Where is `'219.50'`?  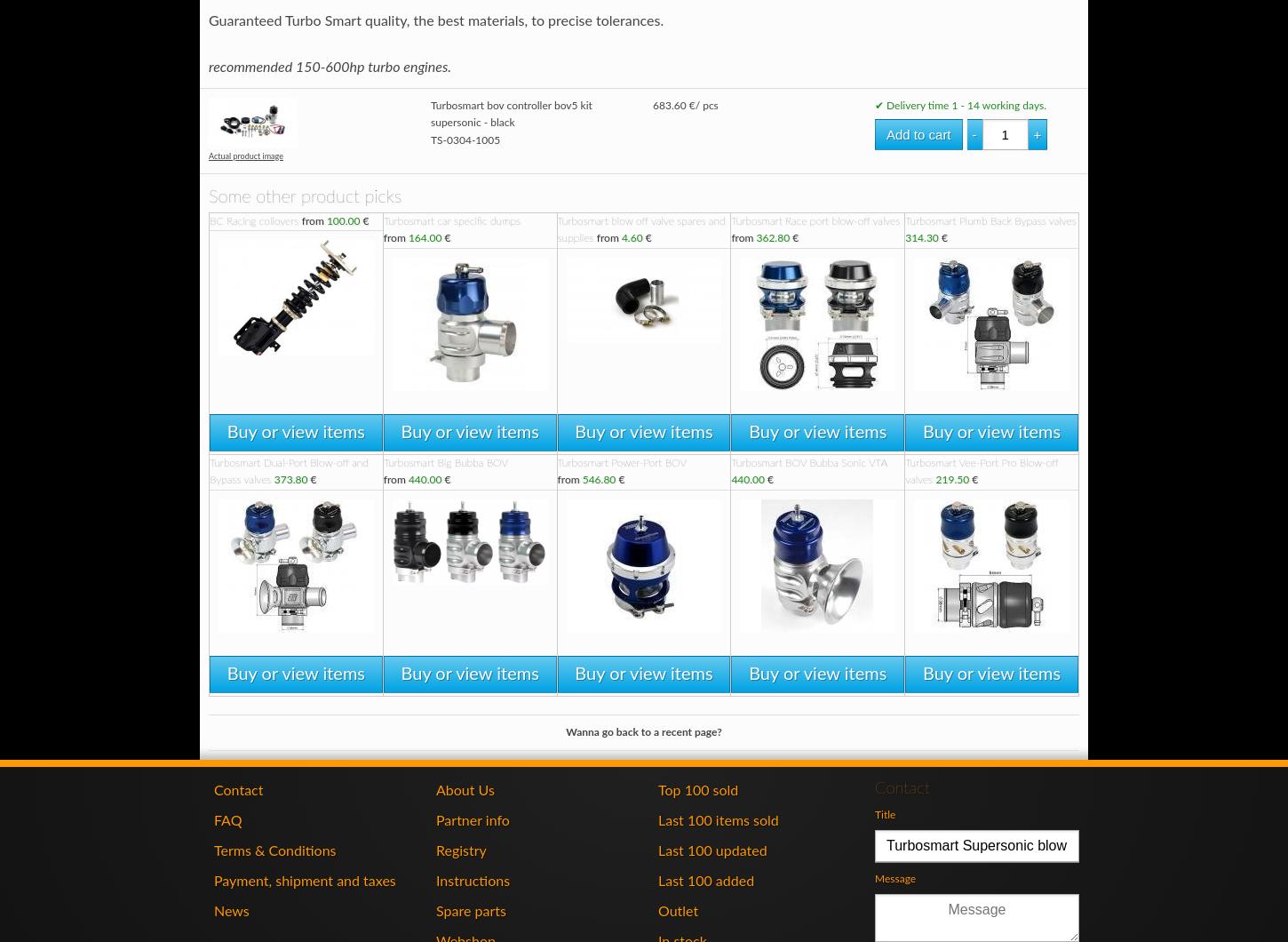 '219.50' is located at coordinates (951, 479).